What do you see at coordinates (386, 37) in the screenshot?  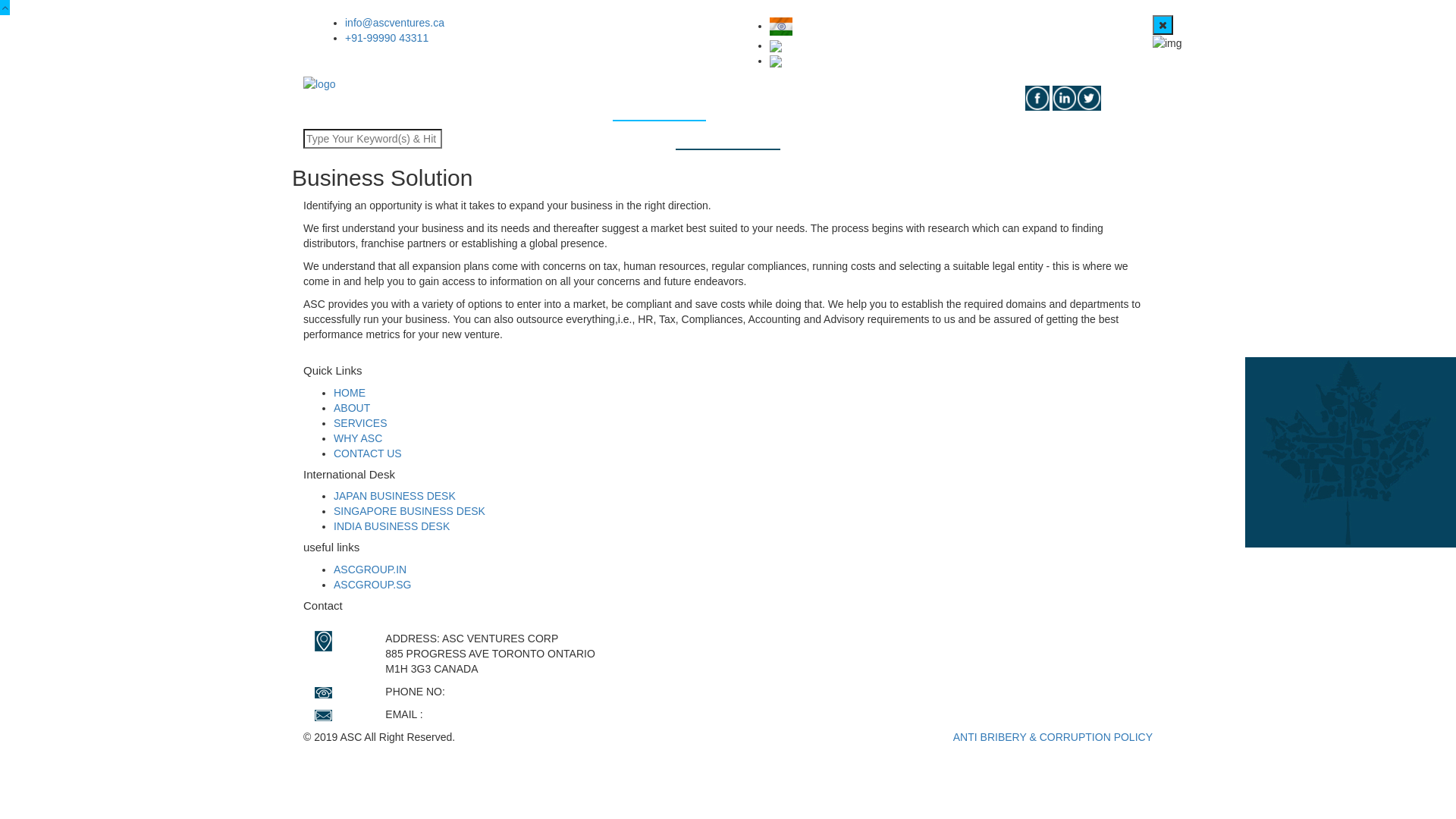 I see `'+91-99990 43311'` at bounding box center [386, 37].